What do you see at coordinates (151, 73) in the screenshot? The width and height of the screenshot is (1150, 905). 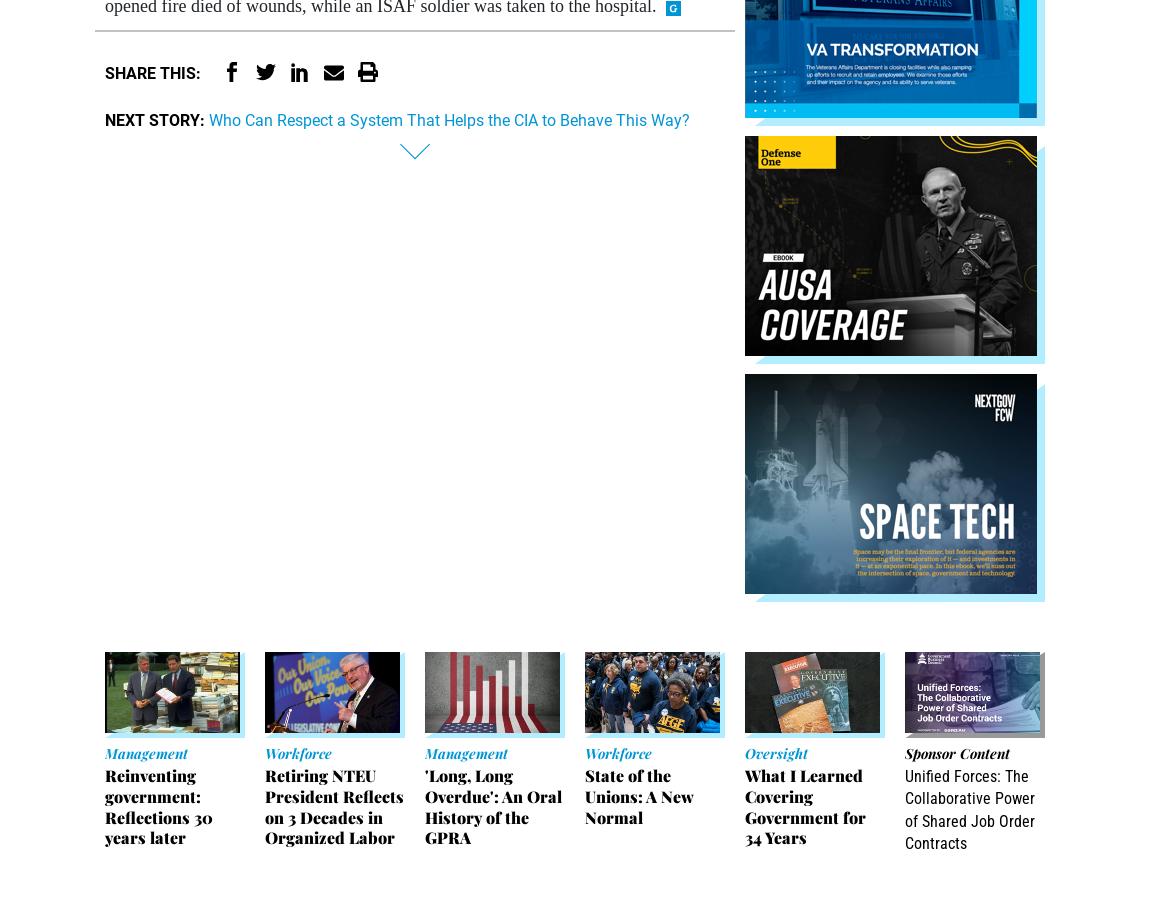 I see `'Share This:'` at bounding box center [151, 73].